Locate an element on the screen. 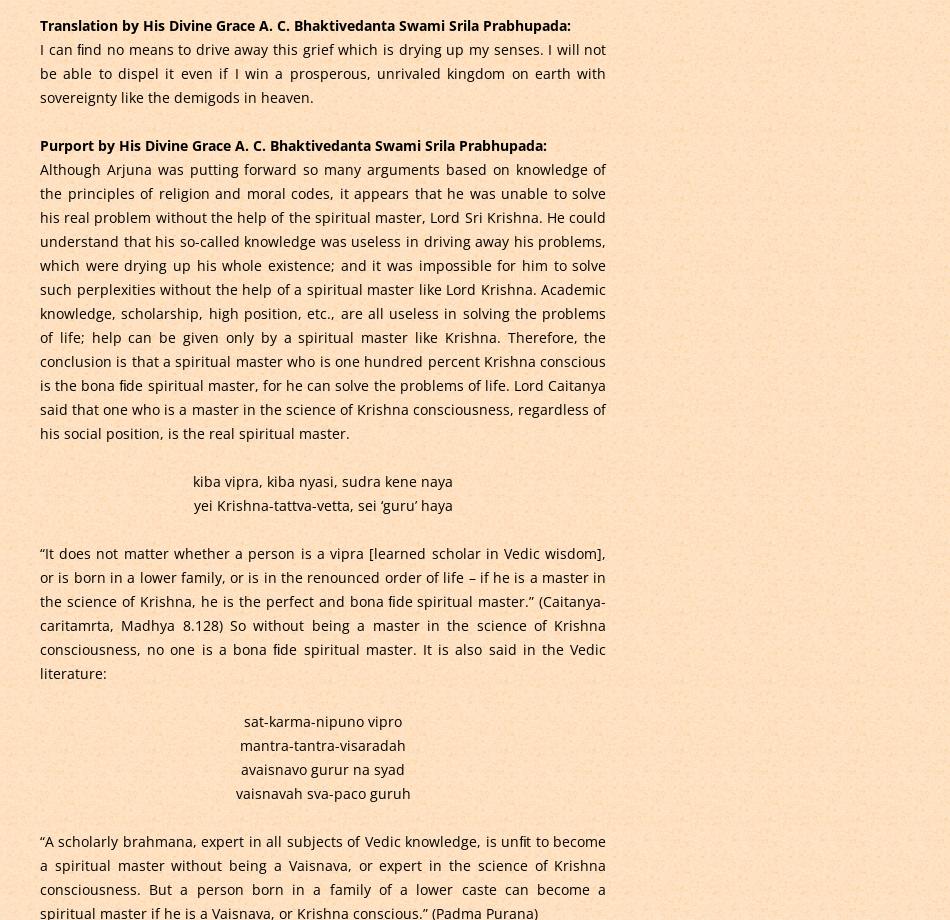 Image resolution: width=950 pixels, height=920 pixels. 'avaisnavo gurur na syad' is located at coordinates (322, 768).